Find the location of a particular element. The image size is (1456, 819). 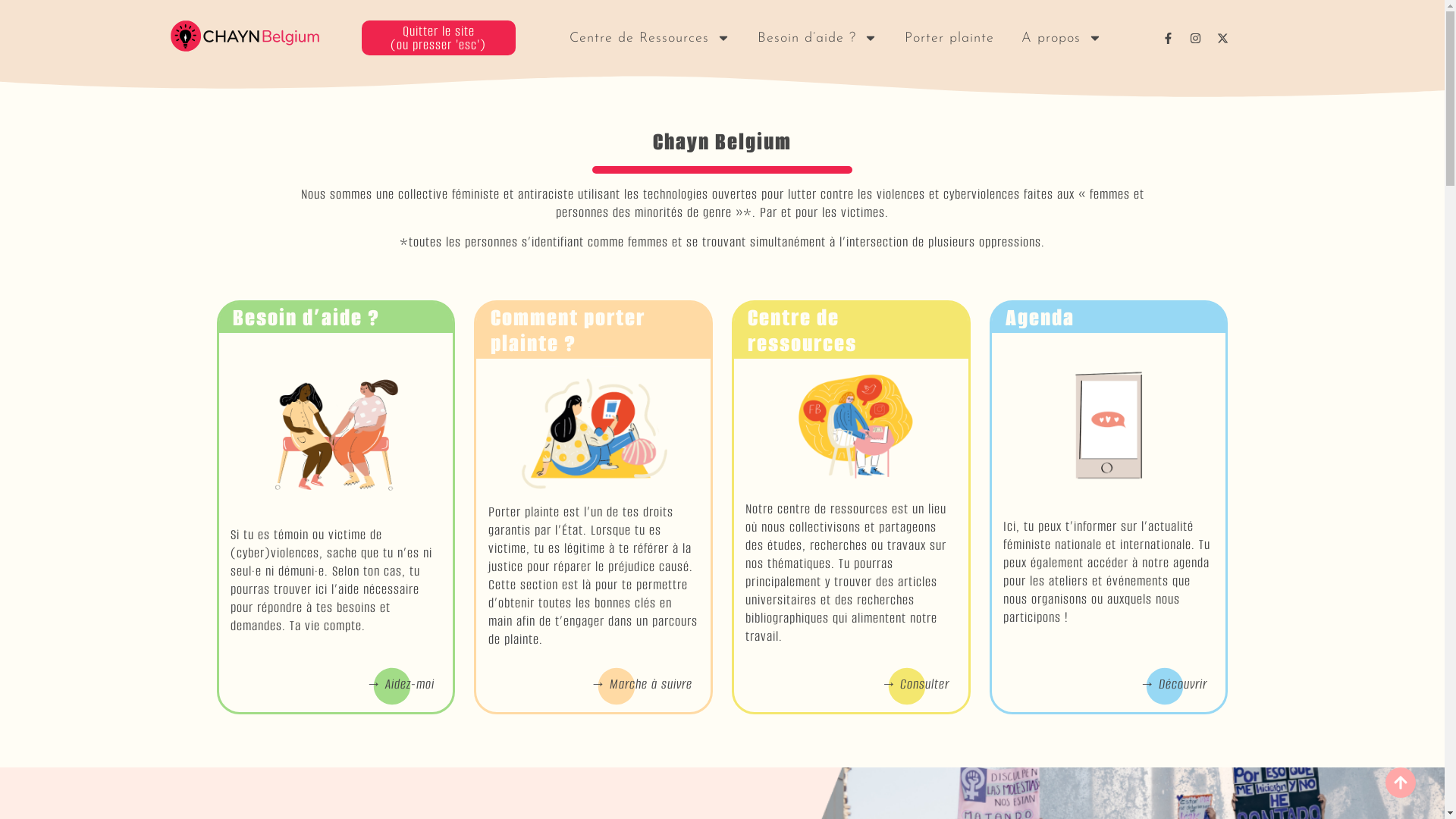

'Centre de ressources' is located at coordinates (801, 329).